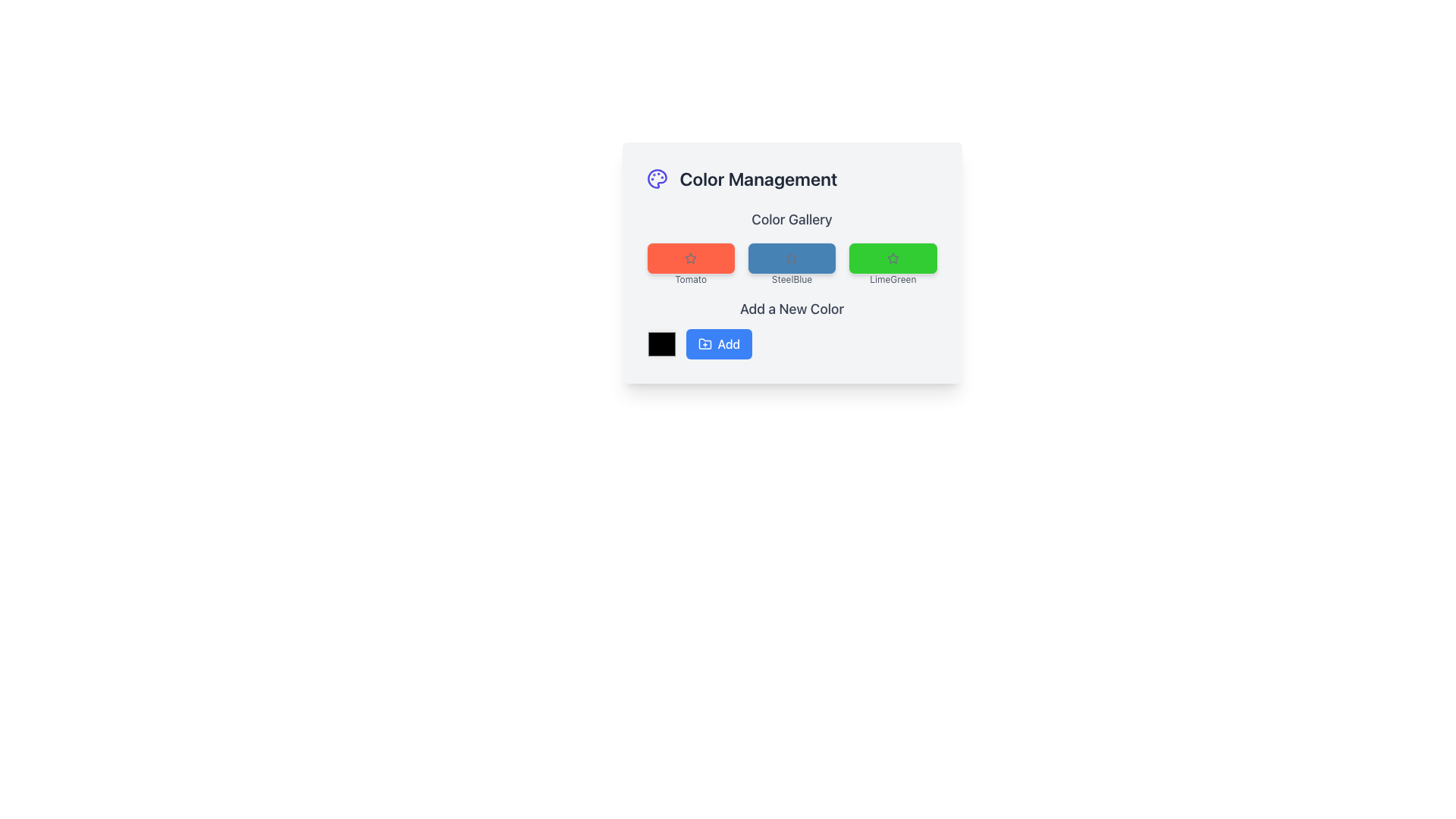 The width and height of the screenshot is (1456, 819). I want to click on a color from the color picker located in the 'Add a New Color' section, which is the first component of the horizontally aligned group containing the blue 'Add' button, so click(791, 344).